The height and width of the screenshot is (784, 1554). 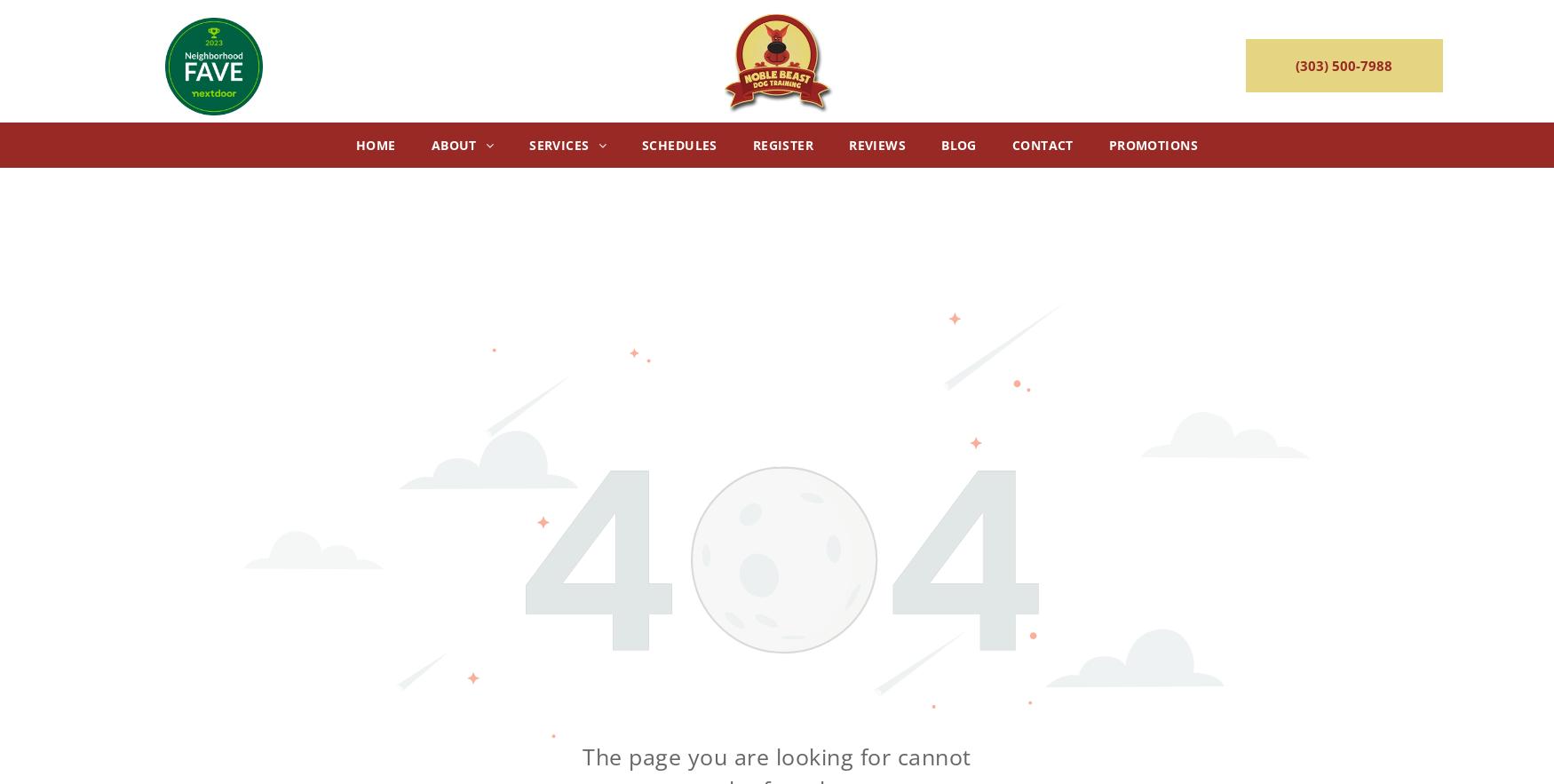 I want to click on 'Contact', so click(x=1041, y=145).